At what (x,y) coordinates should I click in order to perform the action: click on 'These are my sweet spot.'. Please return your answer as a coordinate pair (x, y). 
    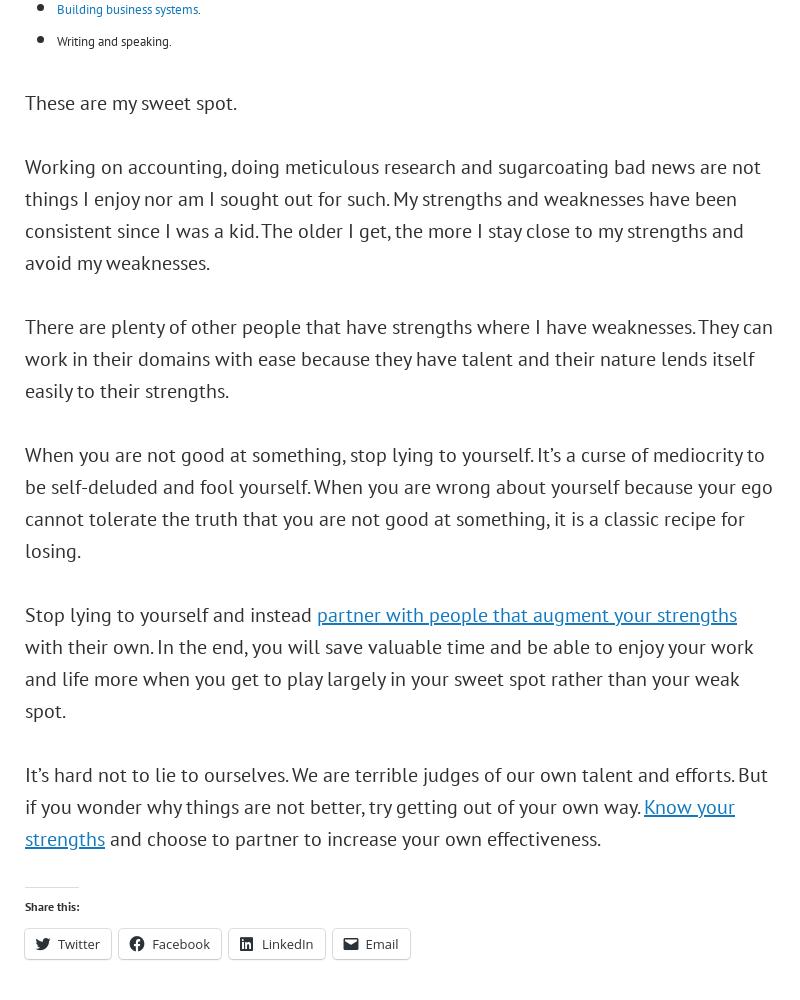
    Looking at the image, I should click on (24, 101).